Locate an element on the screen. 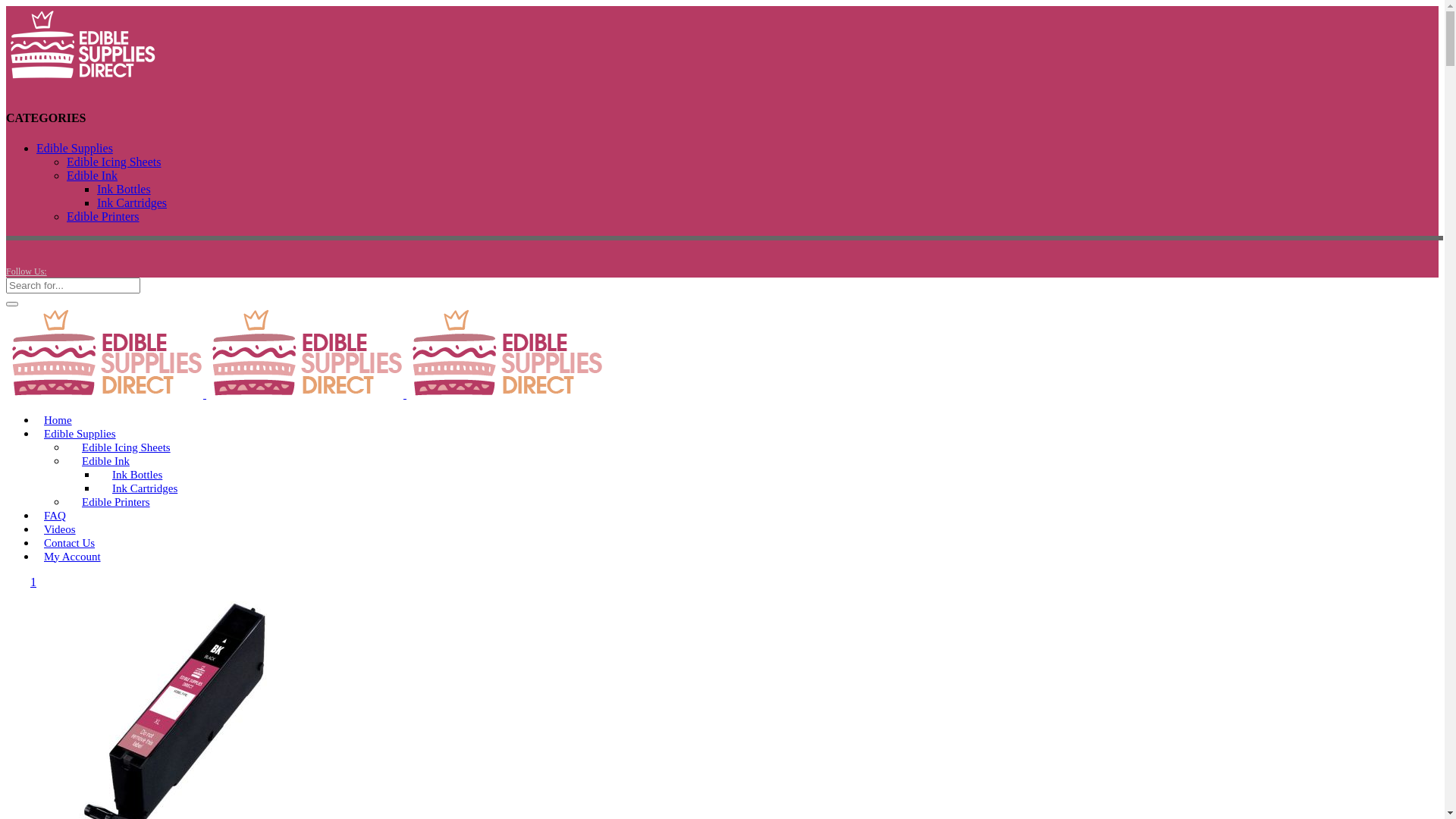 The height and width of the screenshot is (819, 1456). 'Ink Cartridges' is located at coordinates (131, 202).